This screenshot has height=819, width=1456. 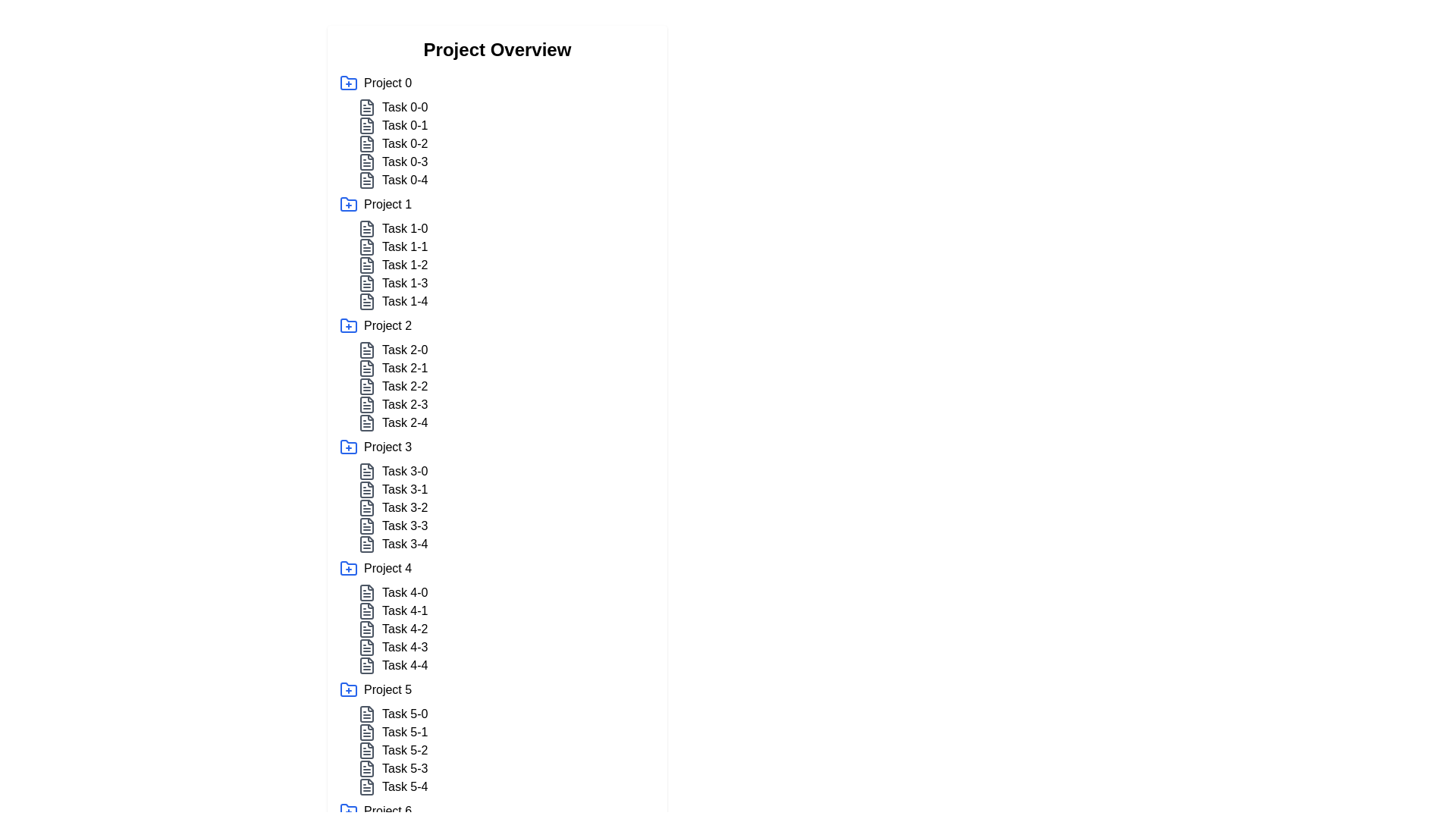 What do you see at coordinates (367, 647) in the screenshot?
I see `the file icon for 'Task 4-3' under 'Project 4'` at bounding box center [367, 647].